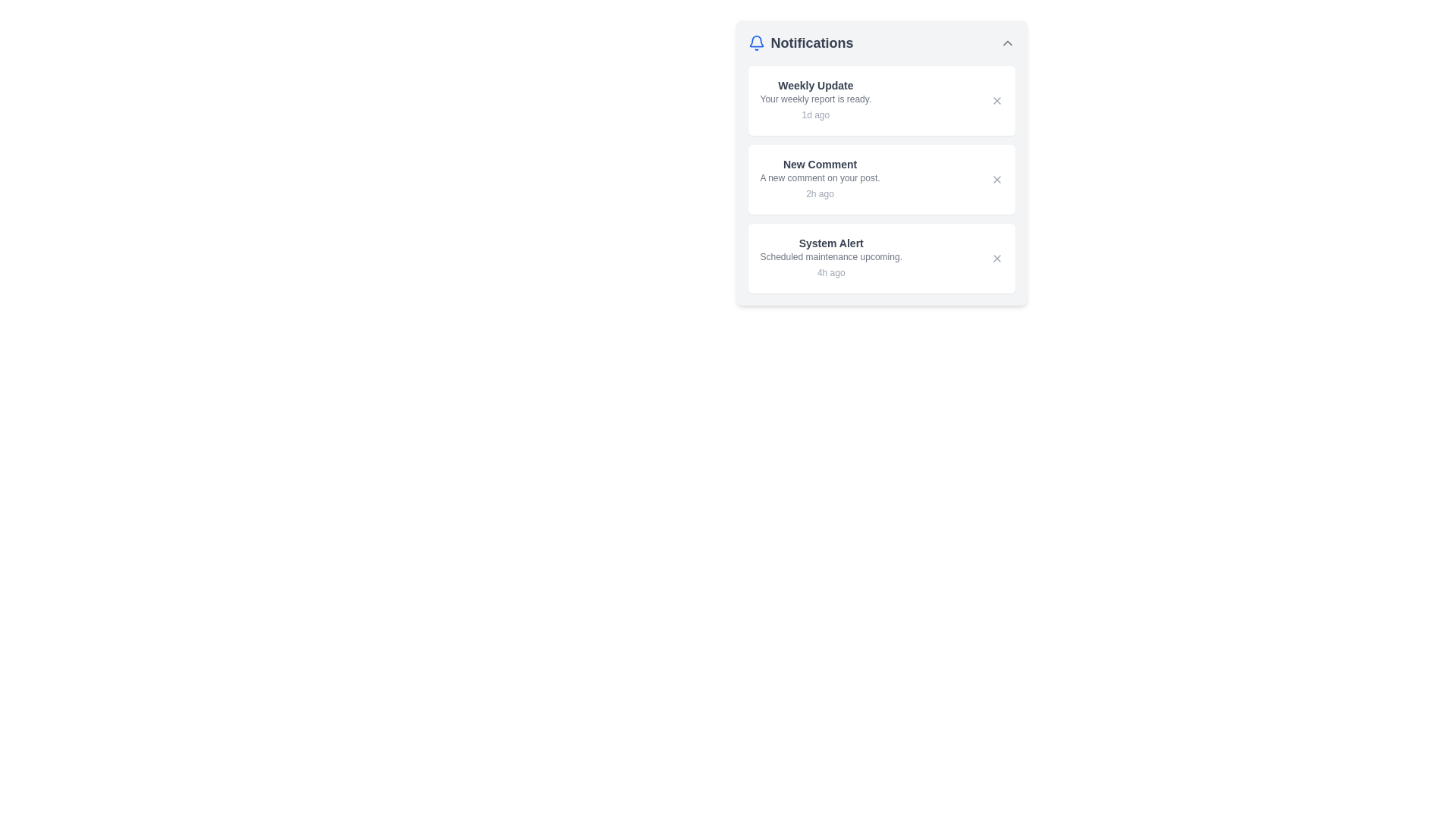  What do you see at coordinates (830, 257) in the screenshot?
I see `the Notification entry that informs about upcoming scheduled maintenance, located in the third position from the top in a popup panel` at bounding box center [830, 257].